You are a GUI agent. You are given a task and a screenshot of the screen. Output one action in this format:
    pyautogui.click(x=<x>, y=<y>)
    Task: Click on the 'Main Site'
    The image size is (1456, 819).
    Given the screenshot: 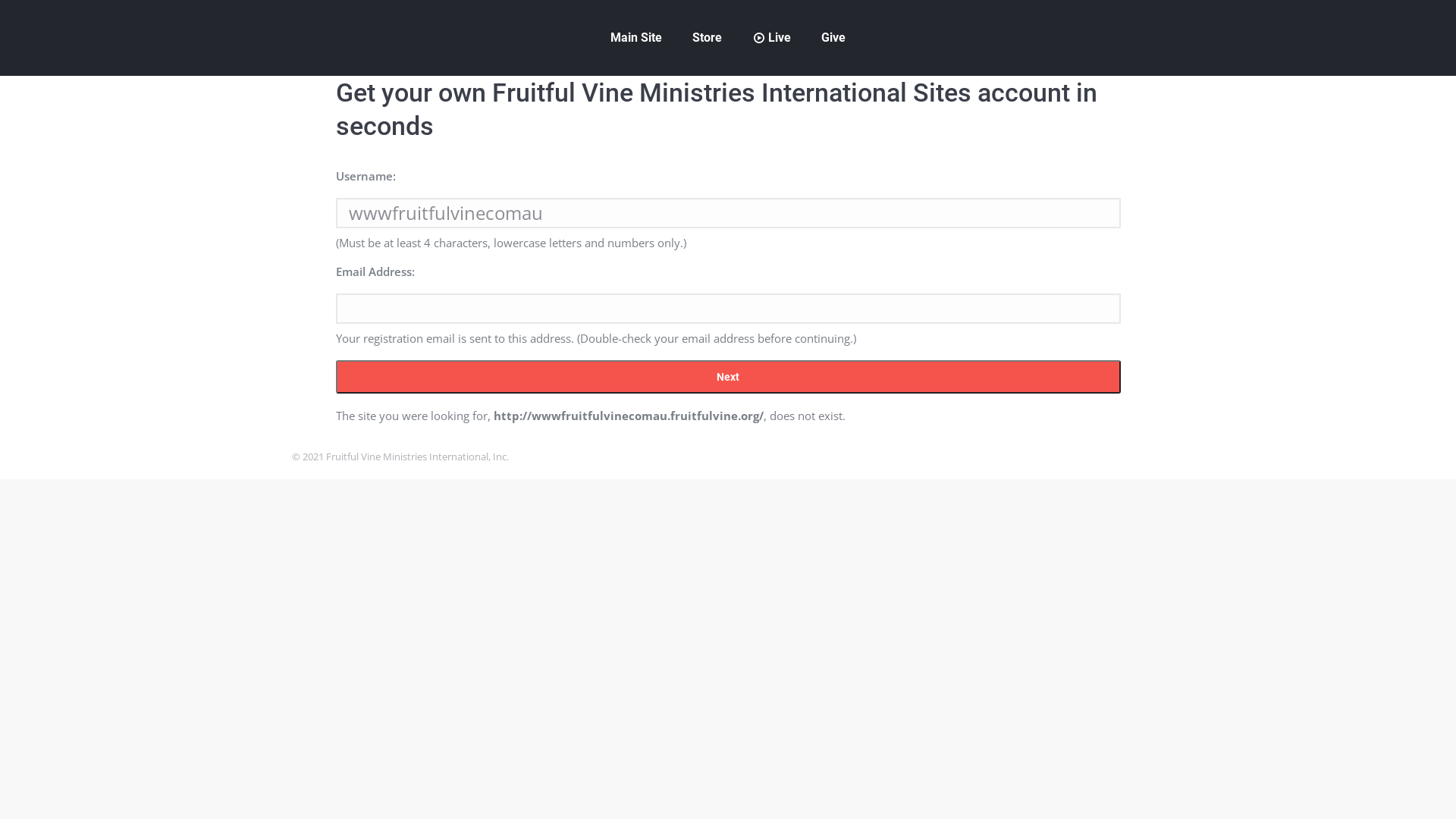 What is the action you would take?
    pyautogui.click(x=636, y=37)
    